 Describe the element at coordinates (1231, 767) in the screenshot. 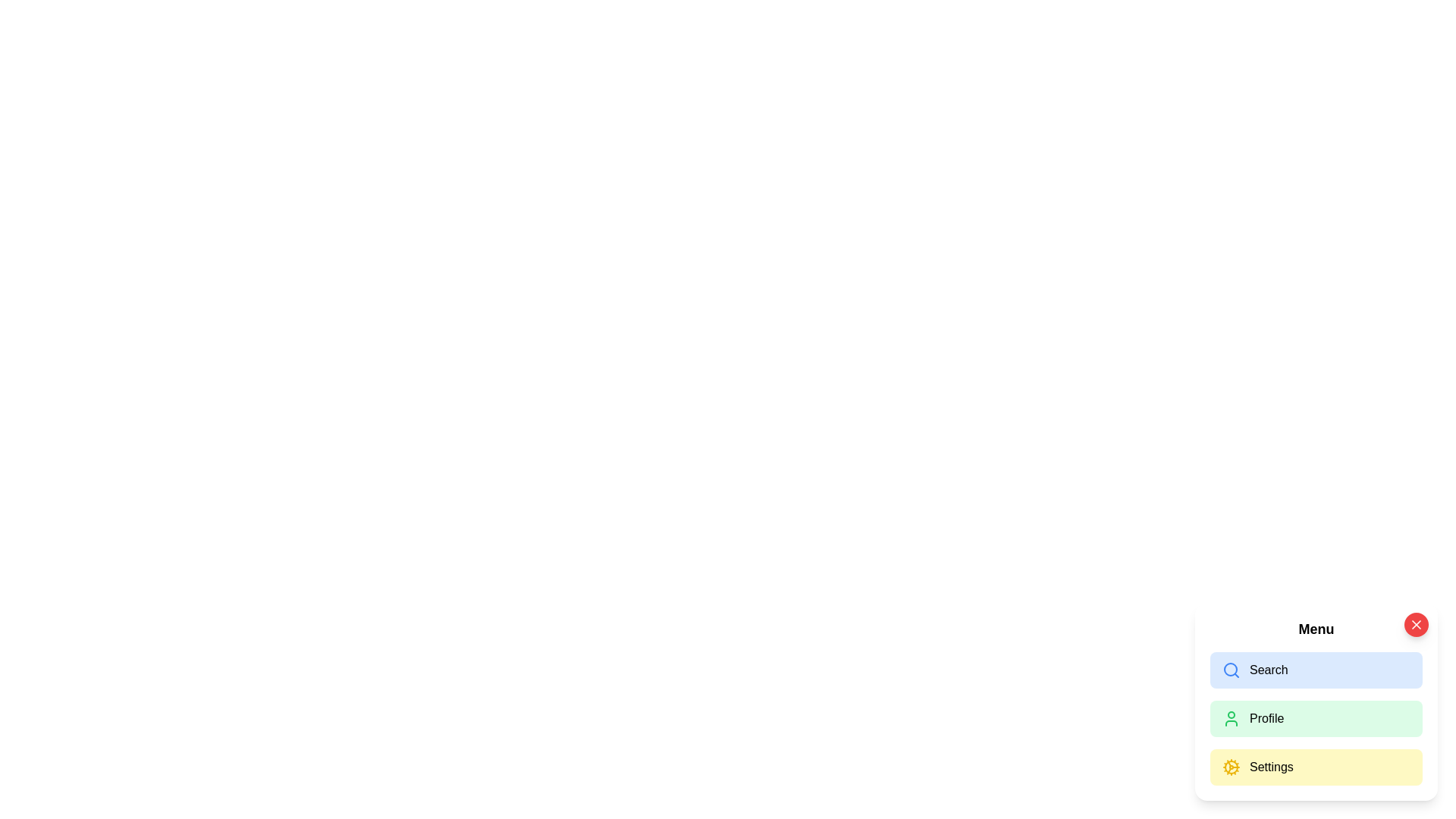

I see `the circular element with yellow colors and a red circular marking located within the cog-like icon near the 'Settings' label in the bottom row of the menu list` at that location.